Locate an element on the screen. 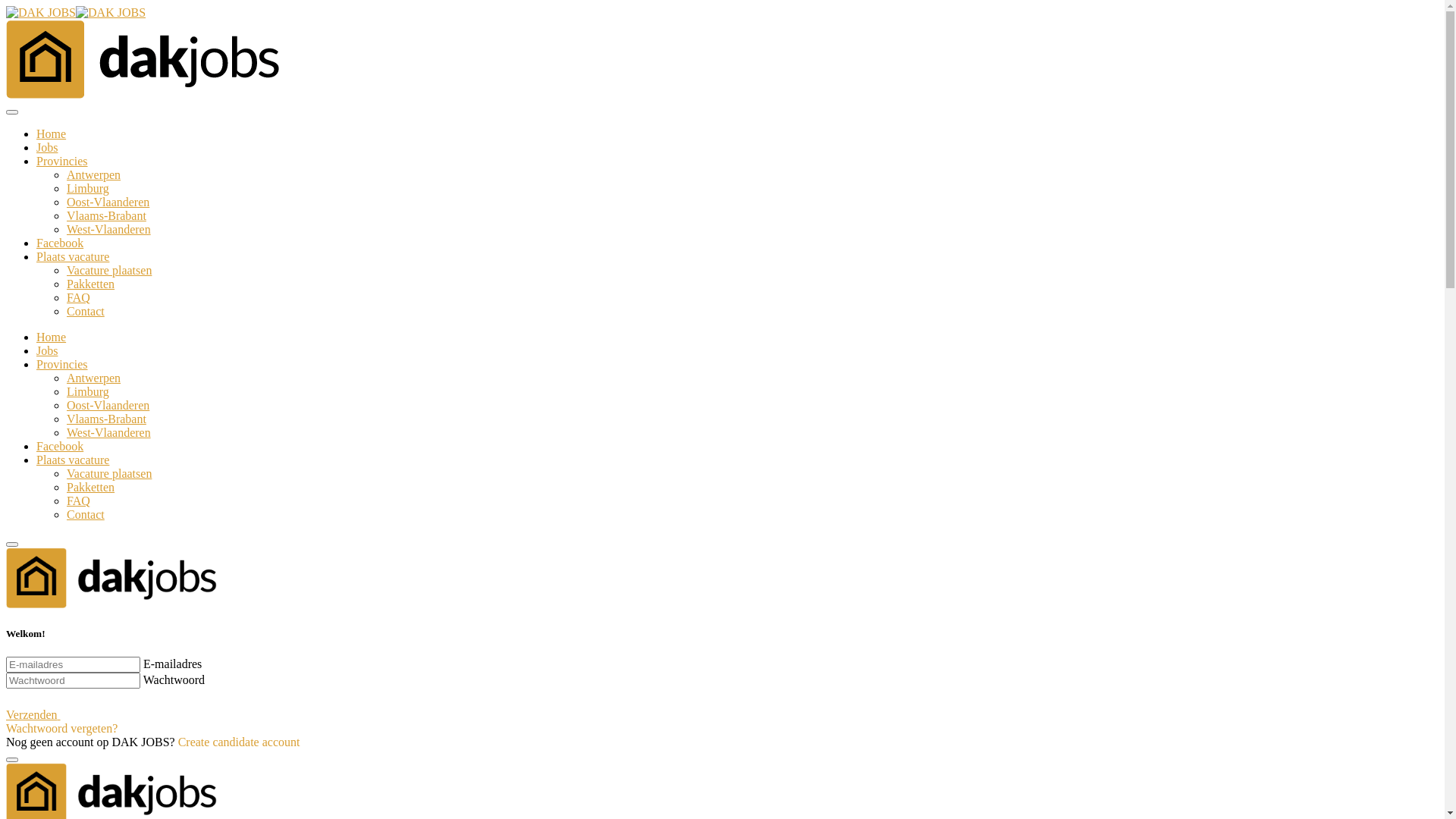 This screenshot has width=1456, height=819. 'Provincies' is located at coordinates (36, 161).